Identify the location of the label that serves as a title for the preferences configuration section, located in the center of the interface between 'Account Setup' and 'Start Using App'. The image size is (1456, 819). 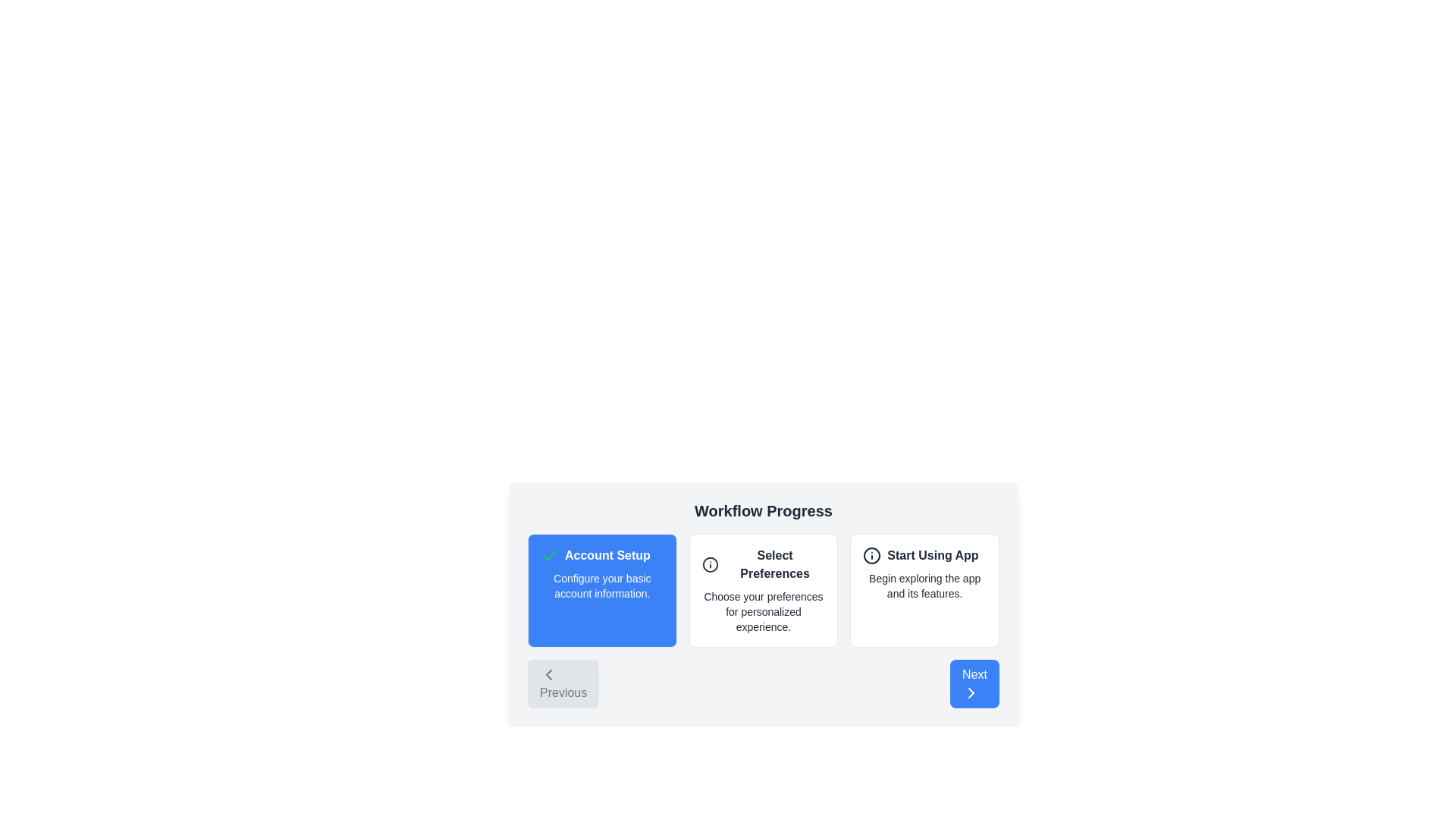
(764, 564).